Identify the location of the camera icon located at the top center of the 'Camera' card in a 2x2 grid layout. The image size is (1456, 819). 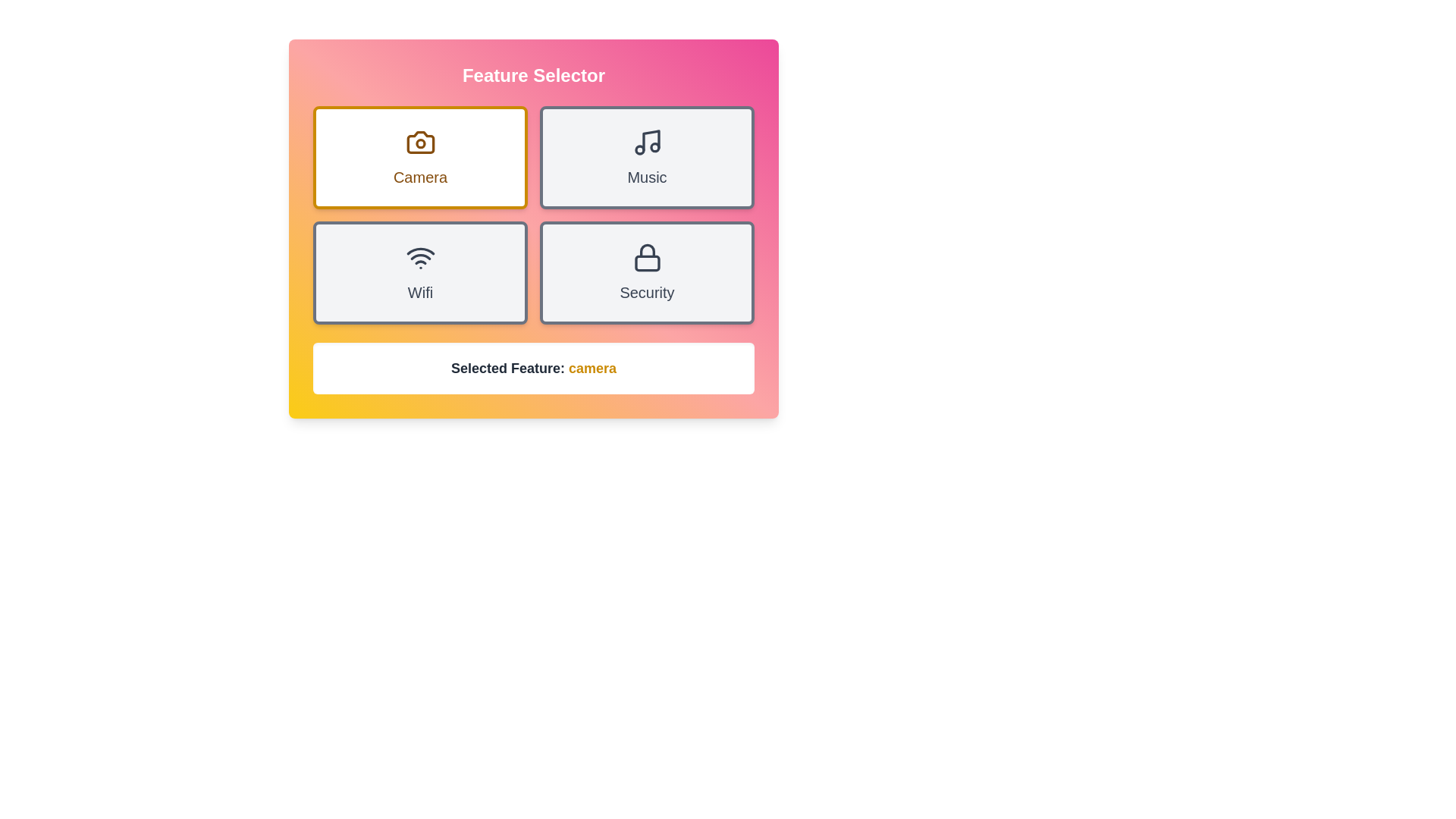
(420, 143).